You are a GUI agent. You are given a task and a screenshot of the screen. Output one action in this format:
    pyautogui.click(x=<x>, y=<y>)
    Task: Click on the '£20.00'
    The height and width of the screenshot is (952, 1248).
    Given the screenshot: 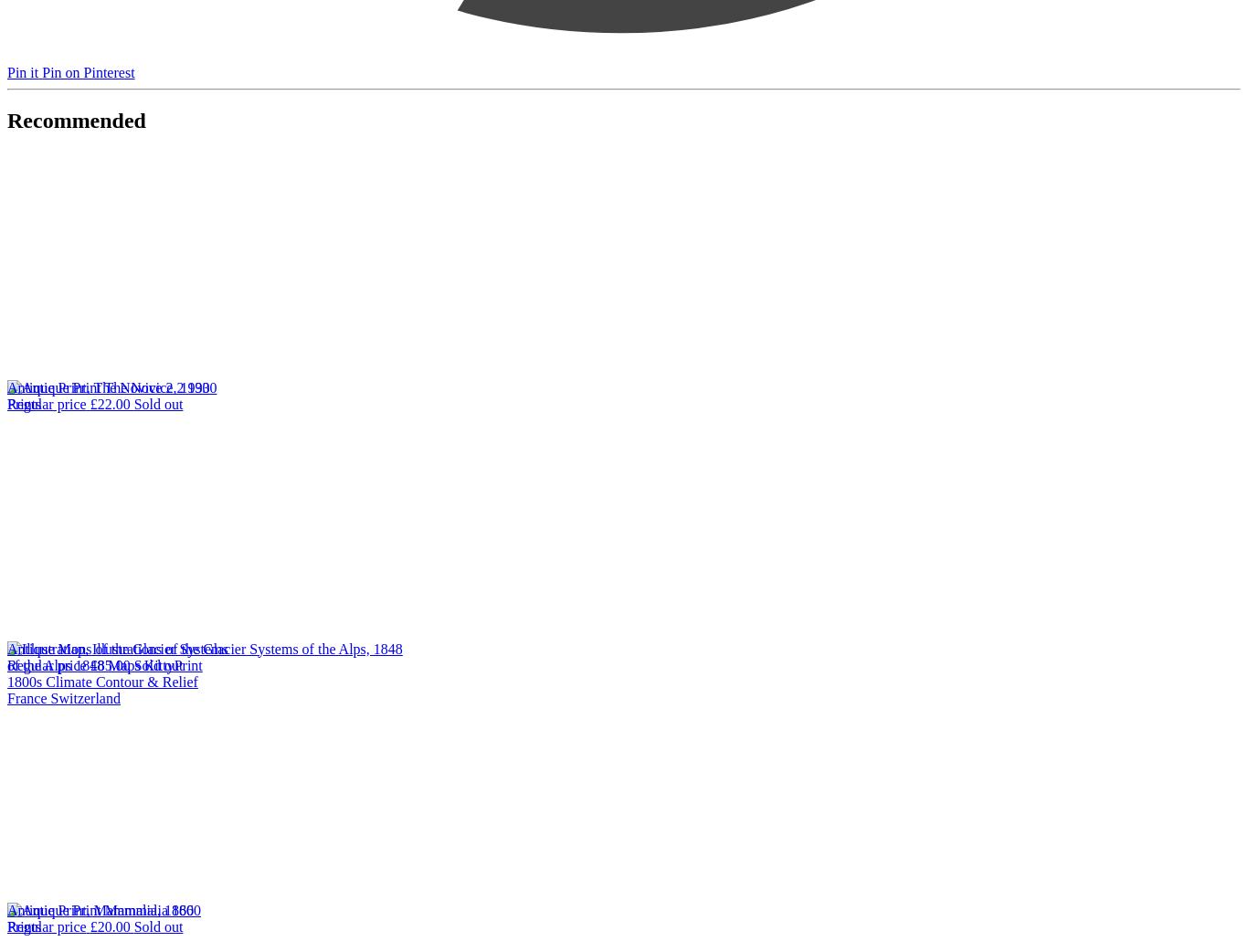 What is the action you would take?
    pyautogui.click(x=110, y=926)
    